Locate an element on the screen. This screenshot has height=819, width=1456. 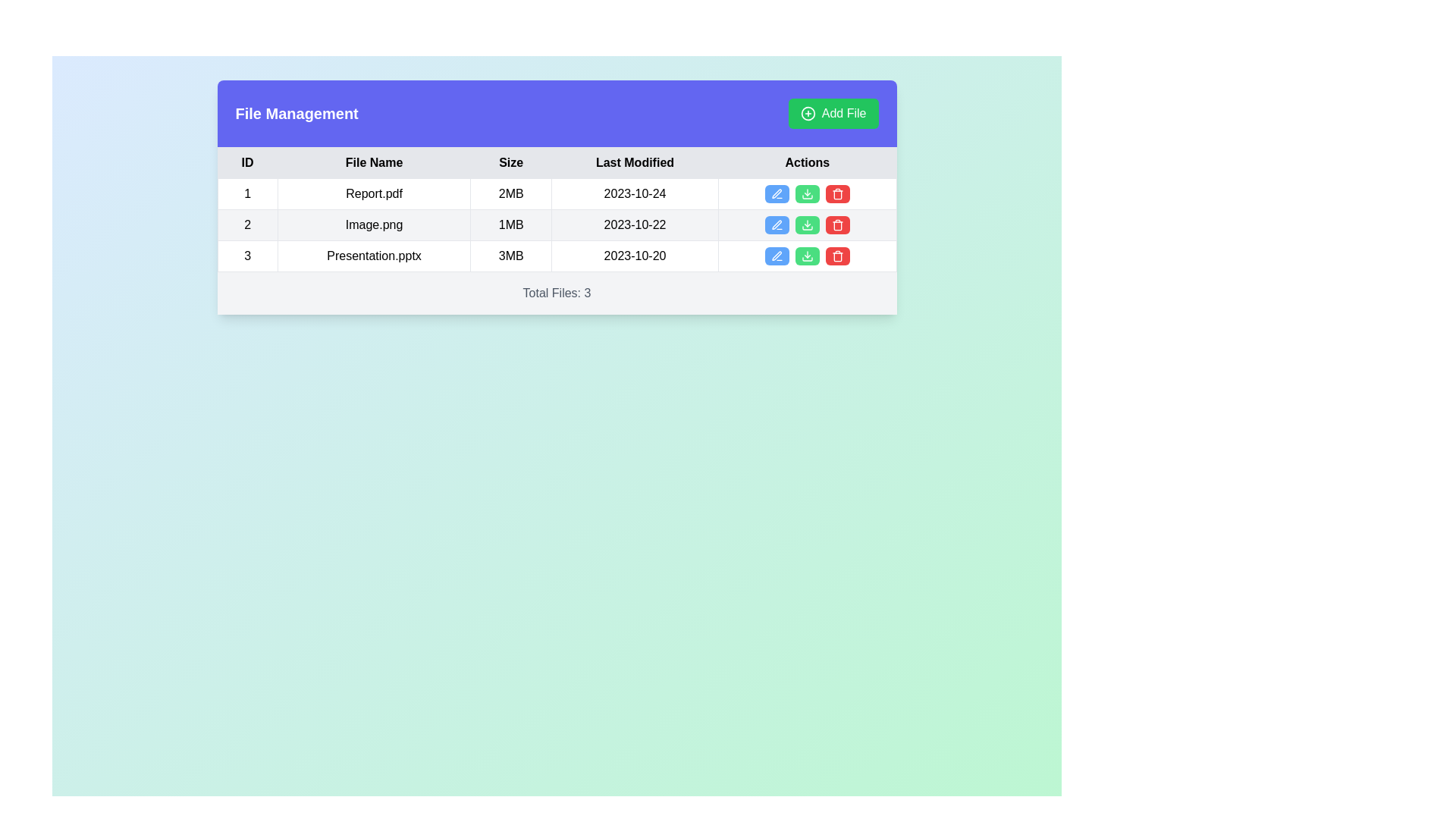
the circular graphic component of the 'Add File' button located at the top-right corner of the interface is located at coordinates (807, 113).